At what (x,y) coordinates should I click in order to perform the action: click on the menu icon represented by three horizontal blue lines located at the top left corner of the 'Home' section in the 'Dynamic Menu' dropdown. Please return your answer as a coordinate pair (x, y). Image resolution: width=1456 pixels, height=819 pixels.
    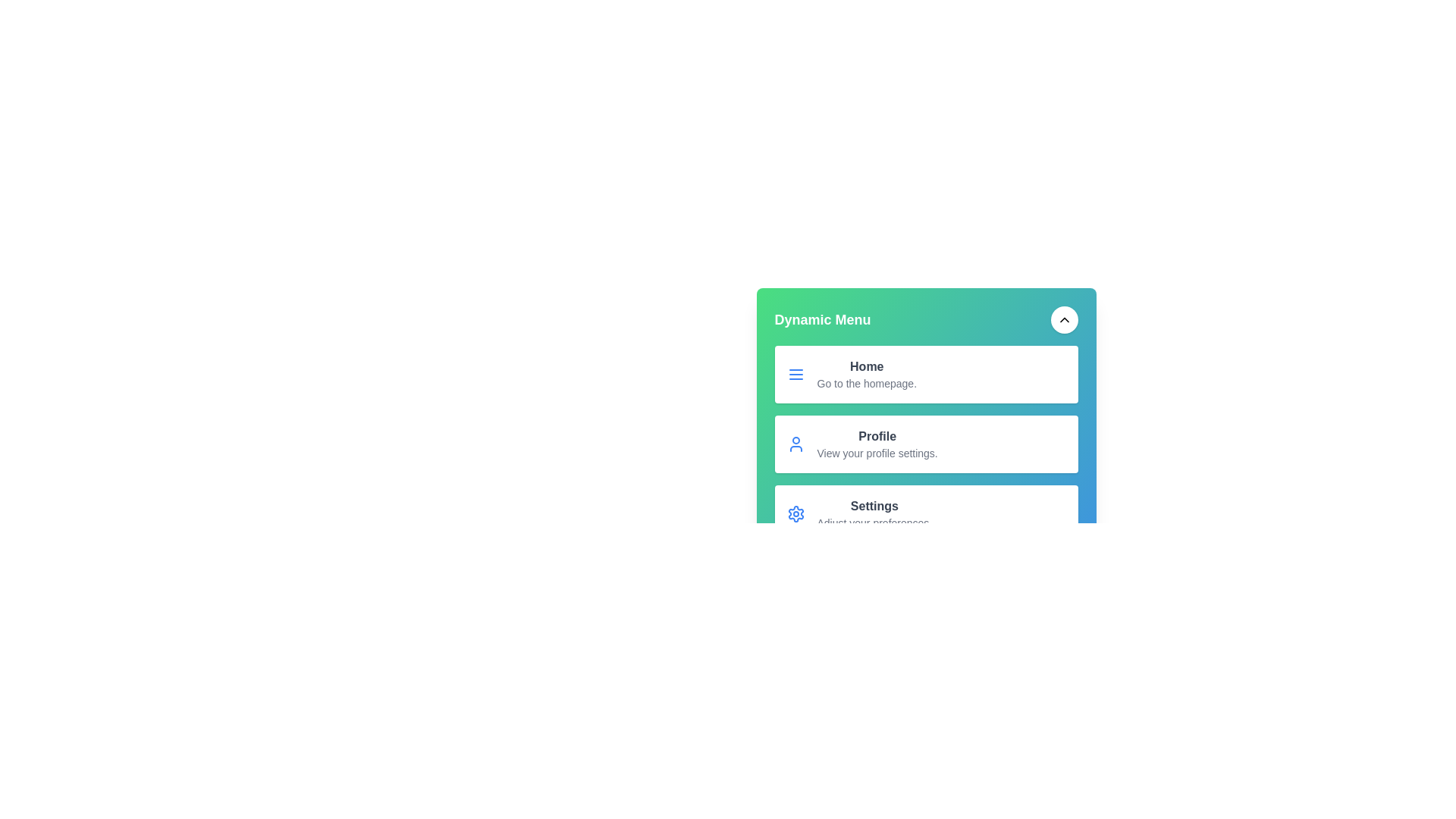
    Looking at the image, I should click on (795, 374).